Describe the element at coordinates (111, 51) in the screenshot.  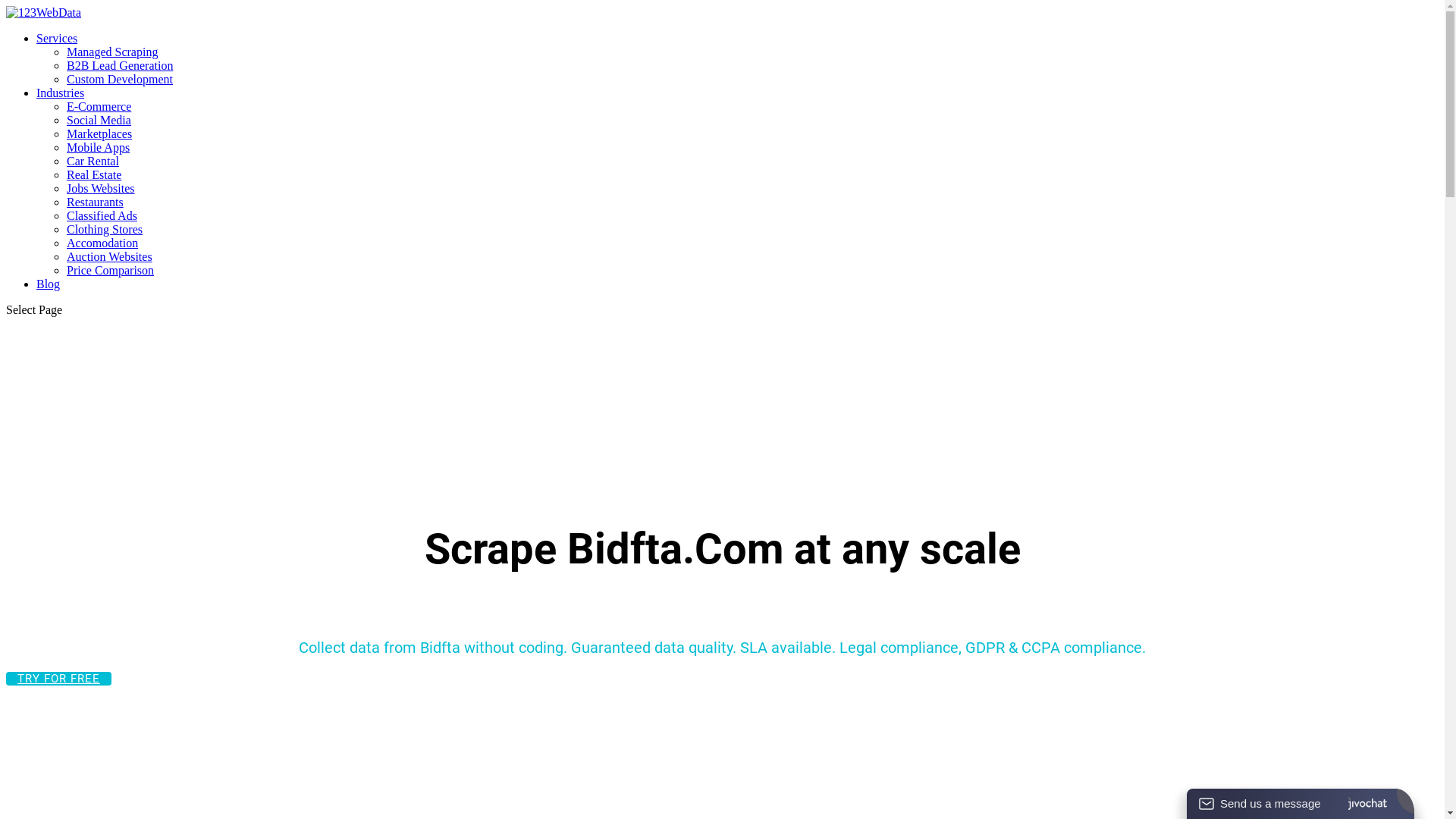
I see `'Managed Scraping'` at that location.